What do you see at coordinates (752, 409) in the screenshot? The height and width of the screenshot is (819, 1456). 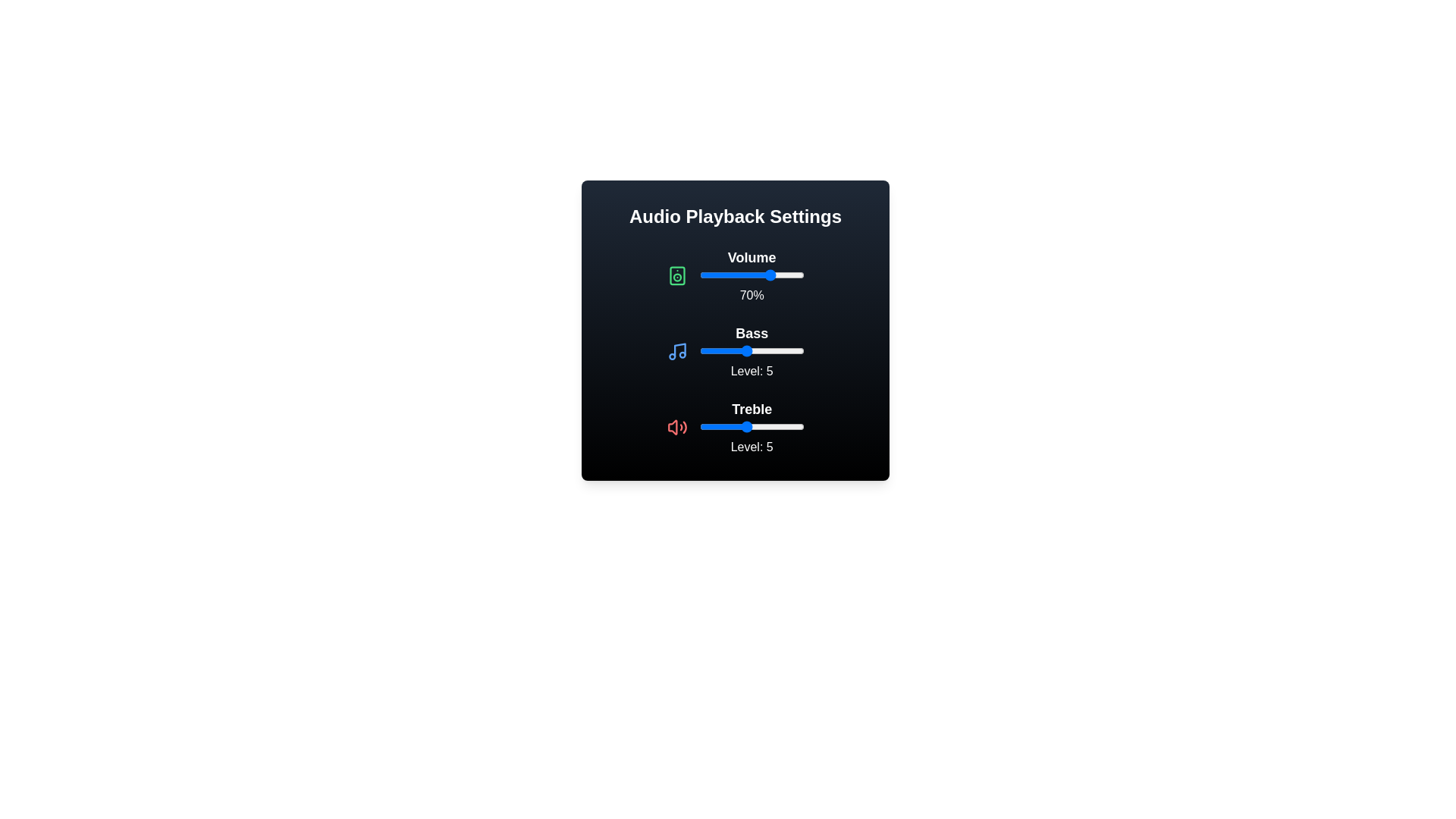 I see `the 'Treble' text label that identifies the treble adjustment controls in the audio settings` at bounding box center [752, 409].